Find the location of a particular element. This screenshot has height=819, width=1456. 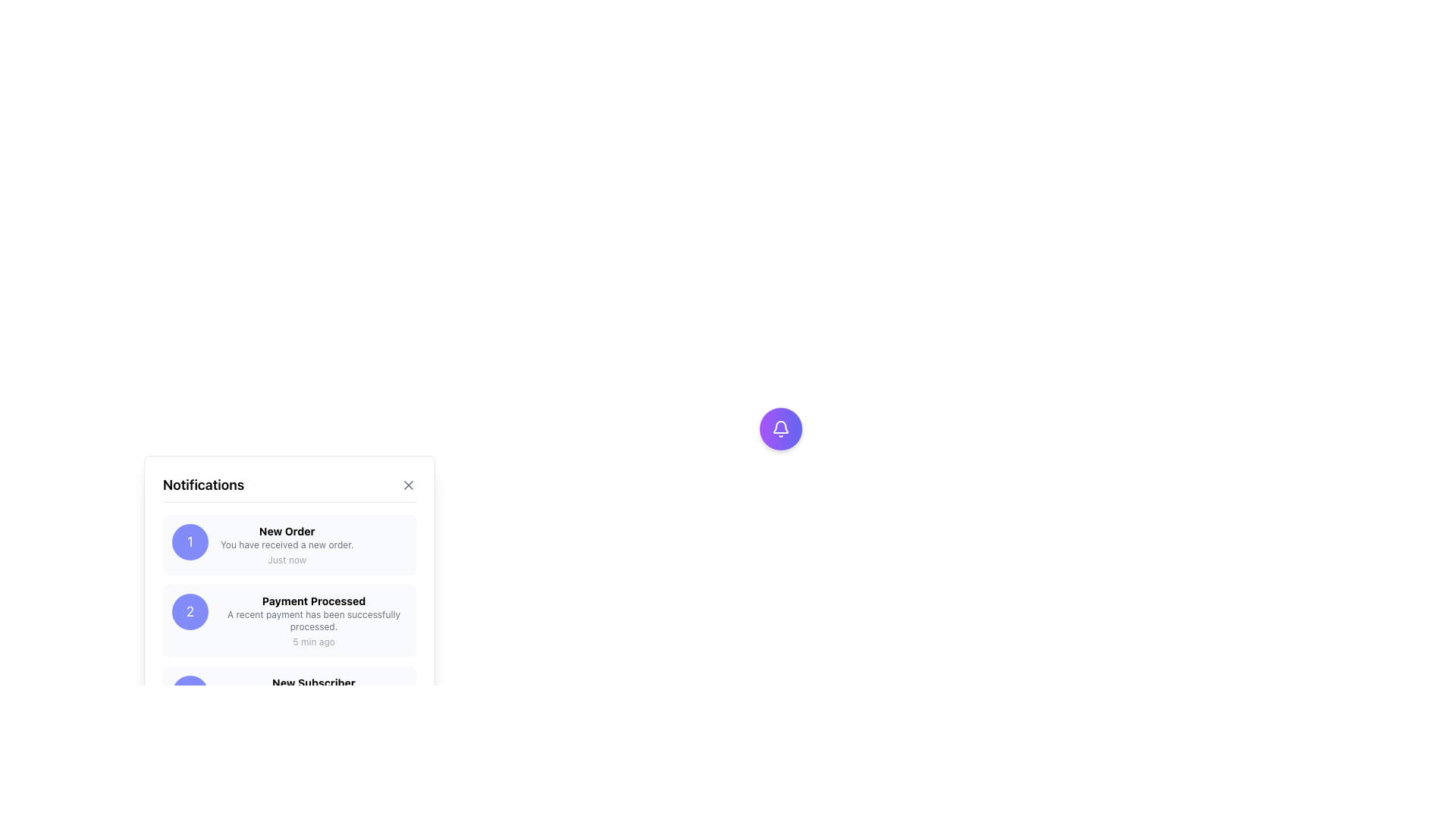

the text label displaying 'You have received a new order.' which is positioned between the title 'New Order' and the timestamp 'Just now' is located at coordinates (287, 544).